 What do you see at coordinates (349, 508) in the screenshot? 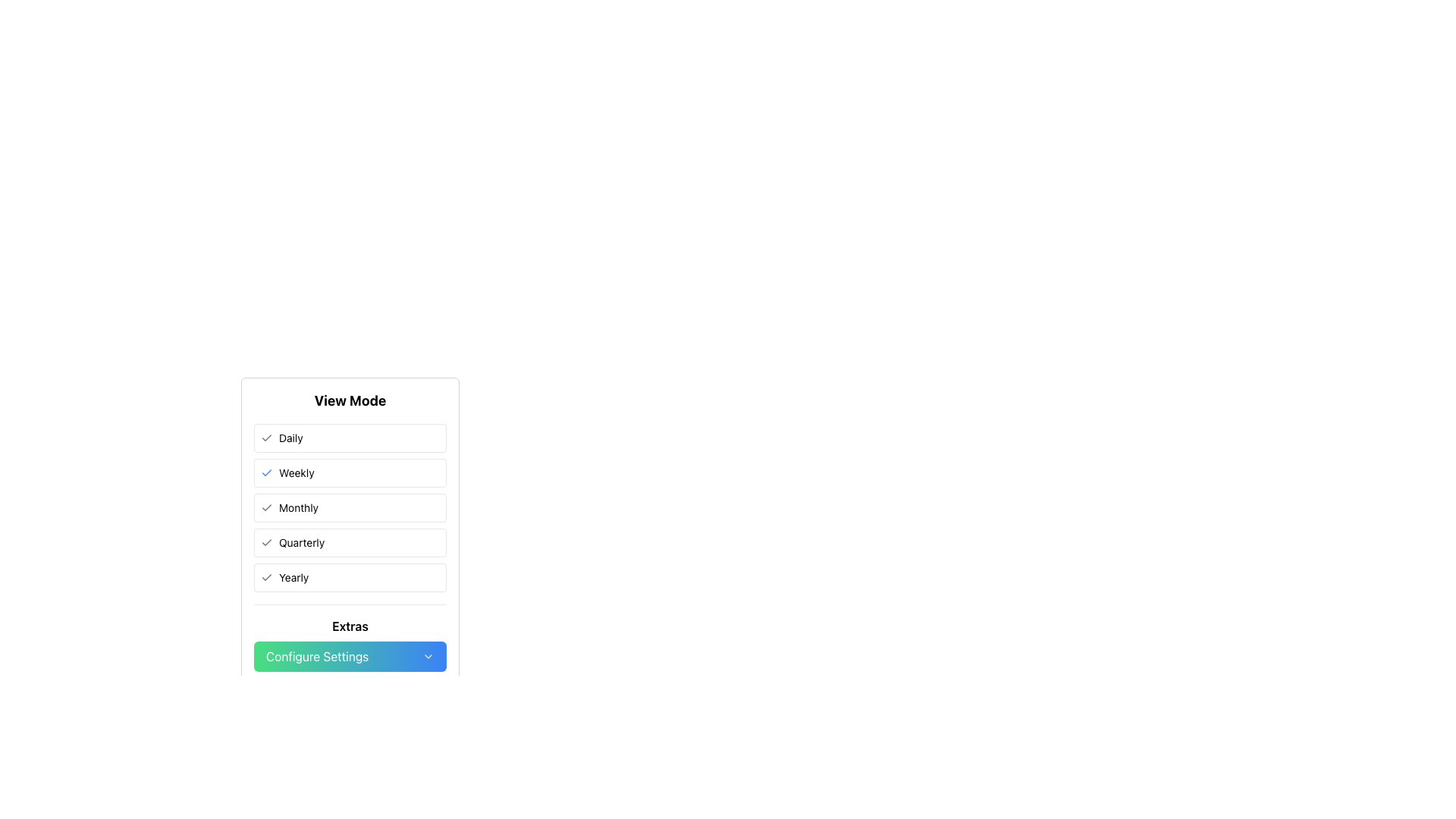
I see `the 'Monthly' button located in the 'View Mode' list` at bounding box center [349, 508].